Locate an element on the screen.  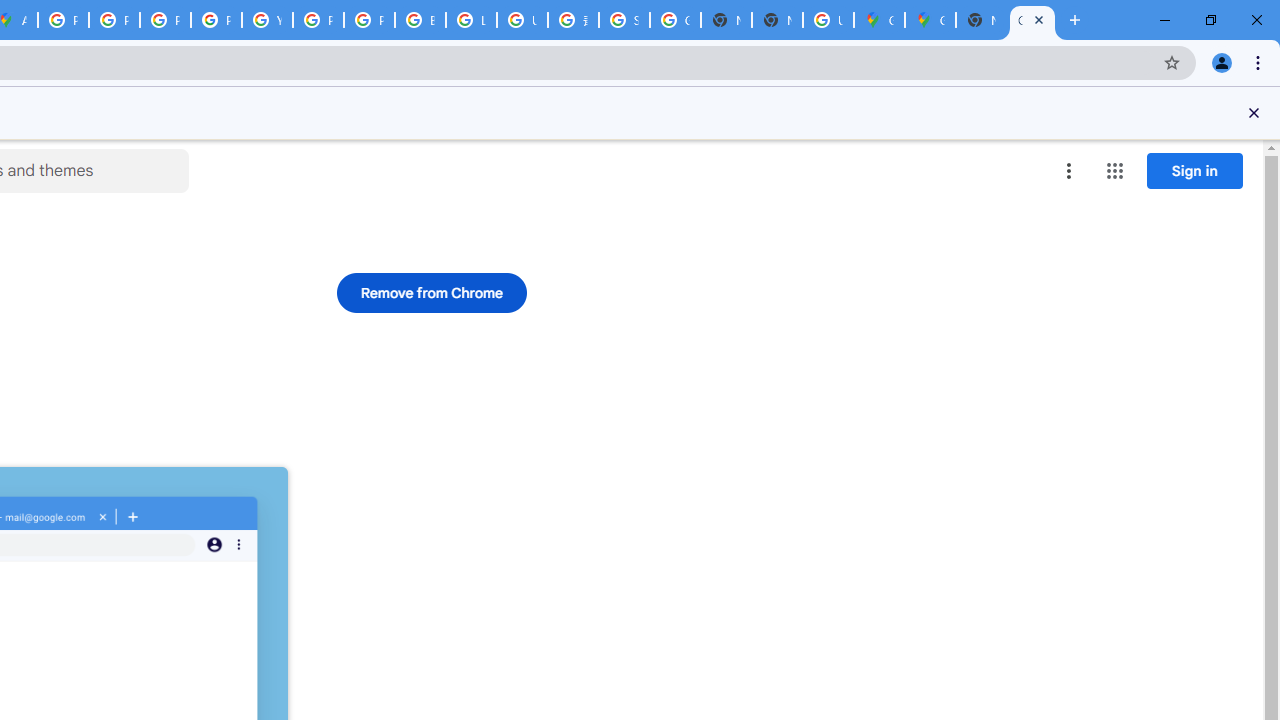
'Classic Blue - Chrome Web Store' is located at coordinates (1032, 20).